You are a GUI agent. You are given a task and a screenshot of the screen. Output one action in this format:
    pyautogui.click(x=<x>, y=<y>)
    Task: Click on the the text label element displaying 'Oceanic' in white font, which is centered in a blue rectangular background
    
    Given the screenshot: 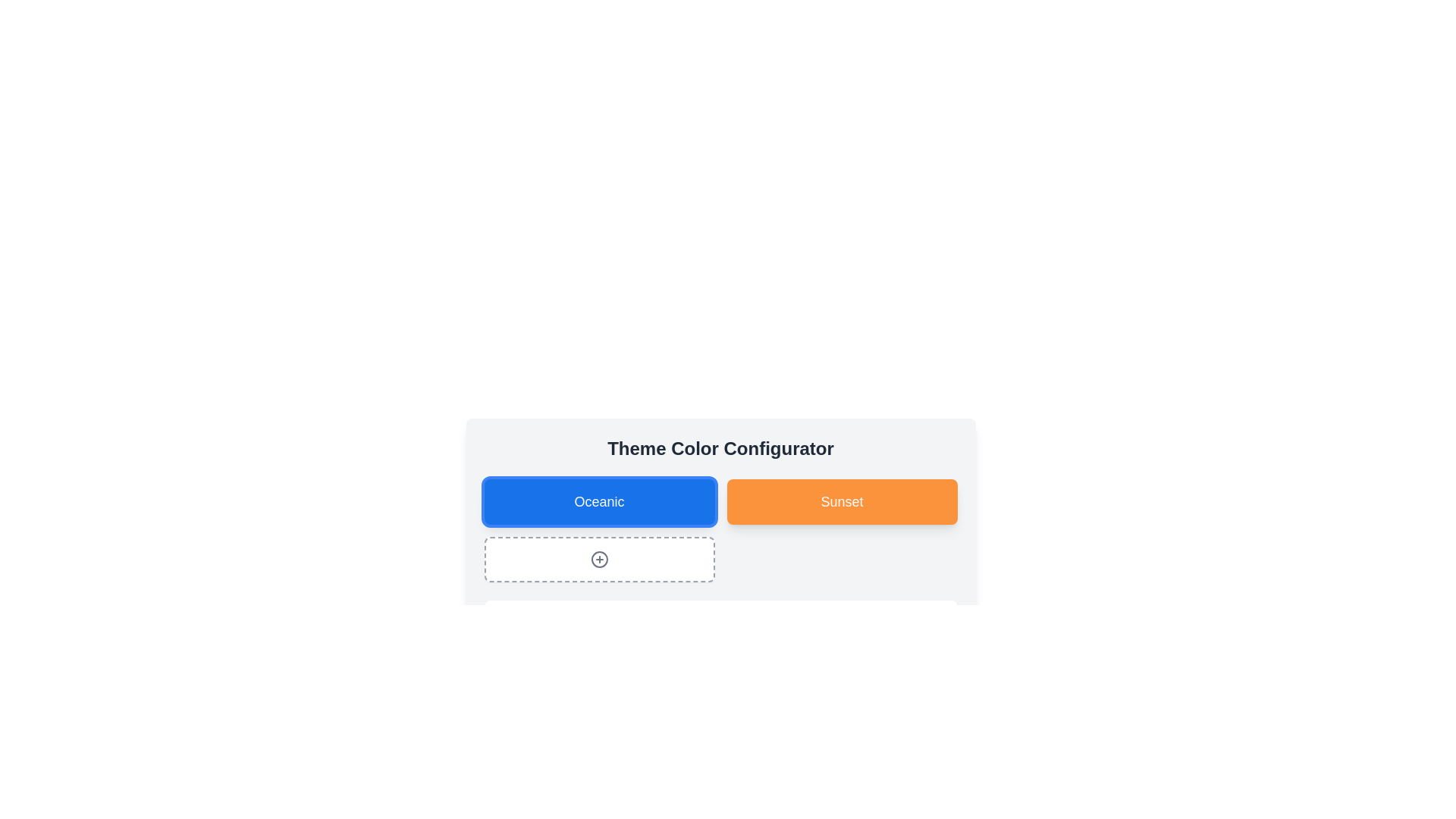 What is the action you would take?
    pyautogui.click(x=598, y=502)
    